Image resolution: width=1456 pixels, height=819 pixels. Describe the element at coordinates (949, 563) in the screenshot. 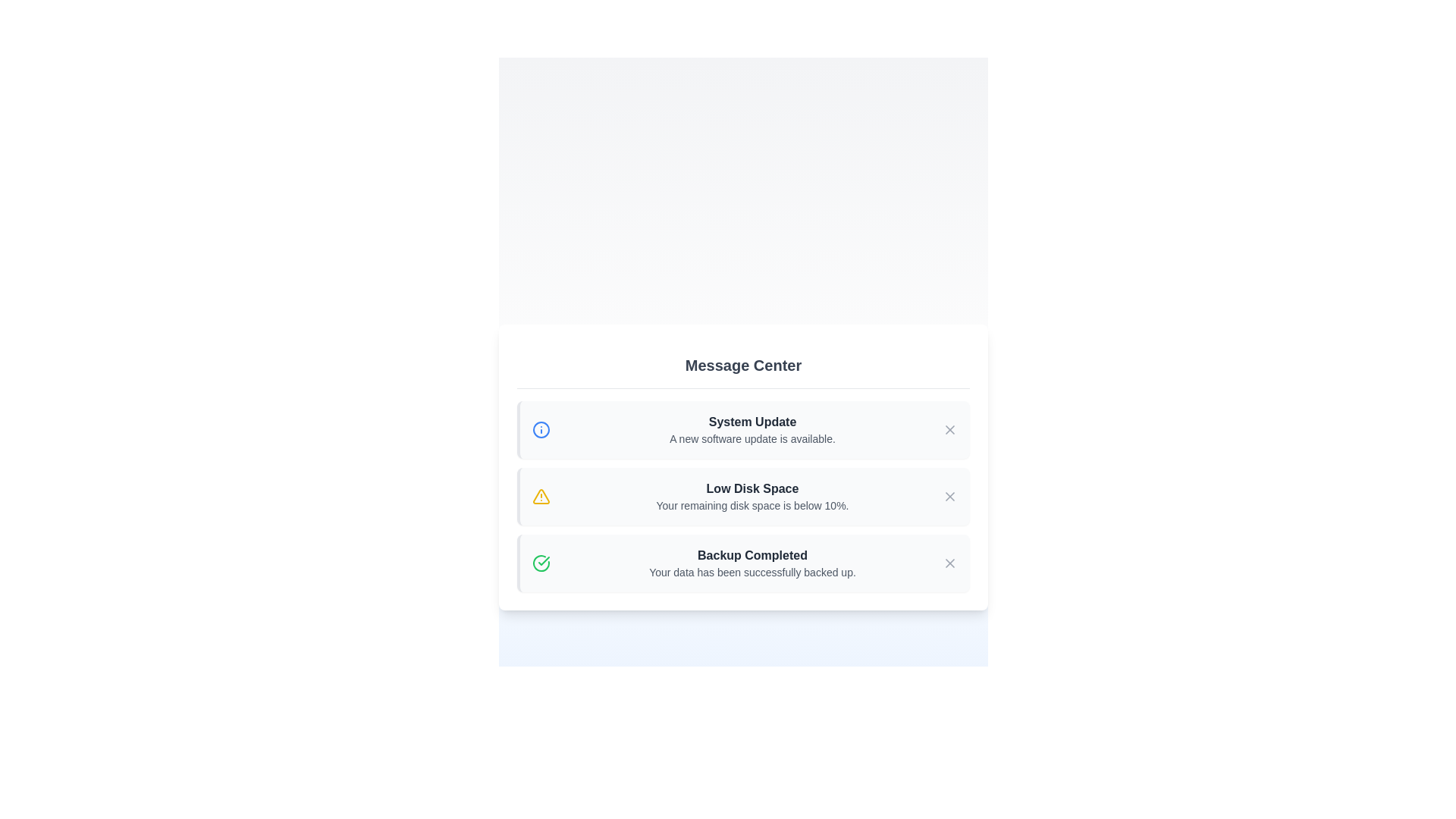

I see `the close button located at the top-right corner of the 'Backup Completed' notification card` at that location.